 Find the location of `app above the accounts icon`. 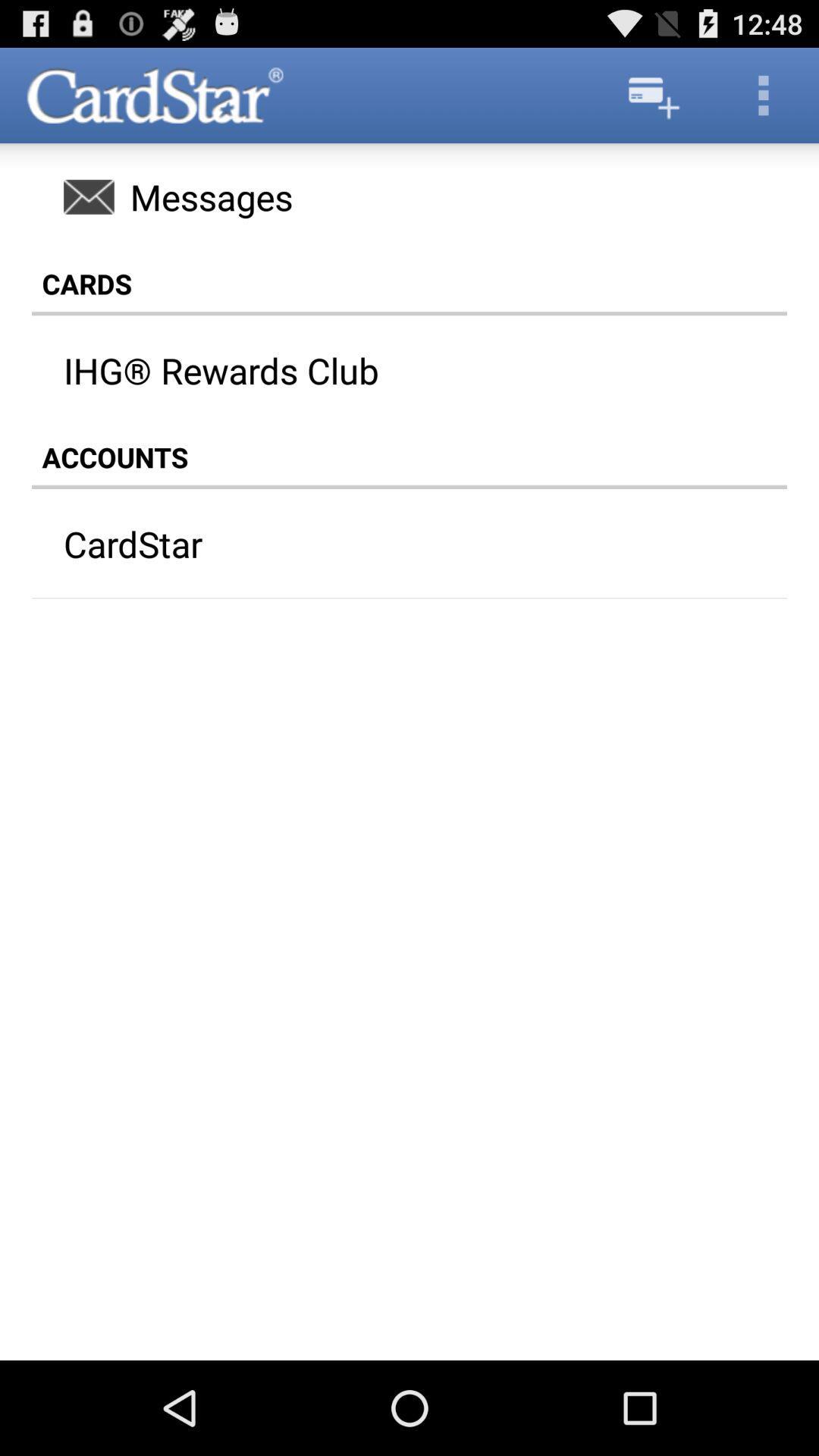

app above the accounts icon is located at coordinates (425, 370).